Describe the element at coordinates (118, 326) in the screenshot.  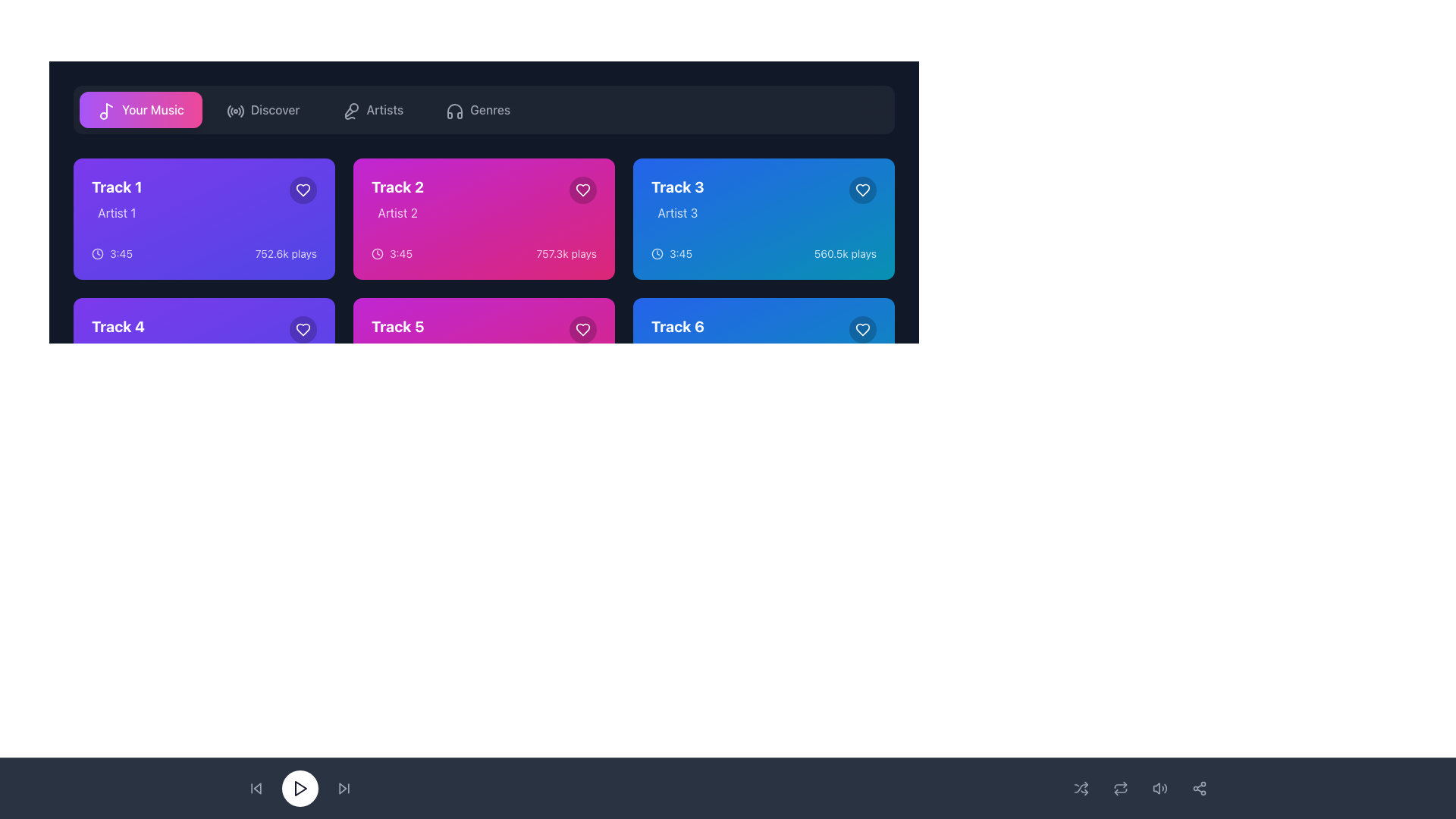
I see `the text label indicating 'Track 4', which serves as the title of a music track and is located at the center of the card in the second row and first column of the grid layout` at that location.